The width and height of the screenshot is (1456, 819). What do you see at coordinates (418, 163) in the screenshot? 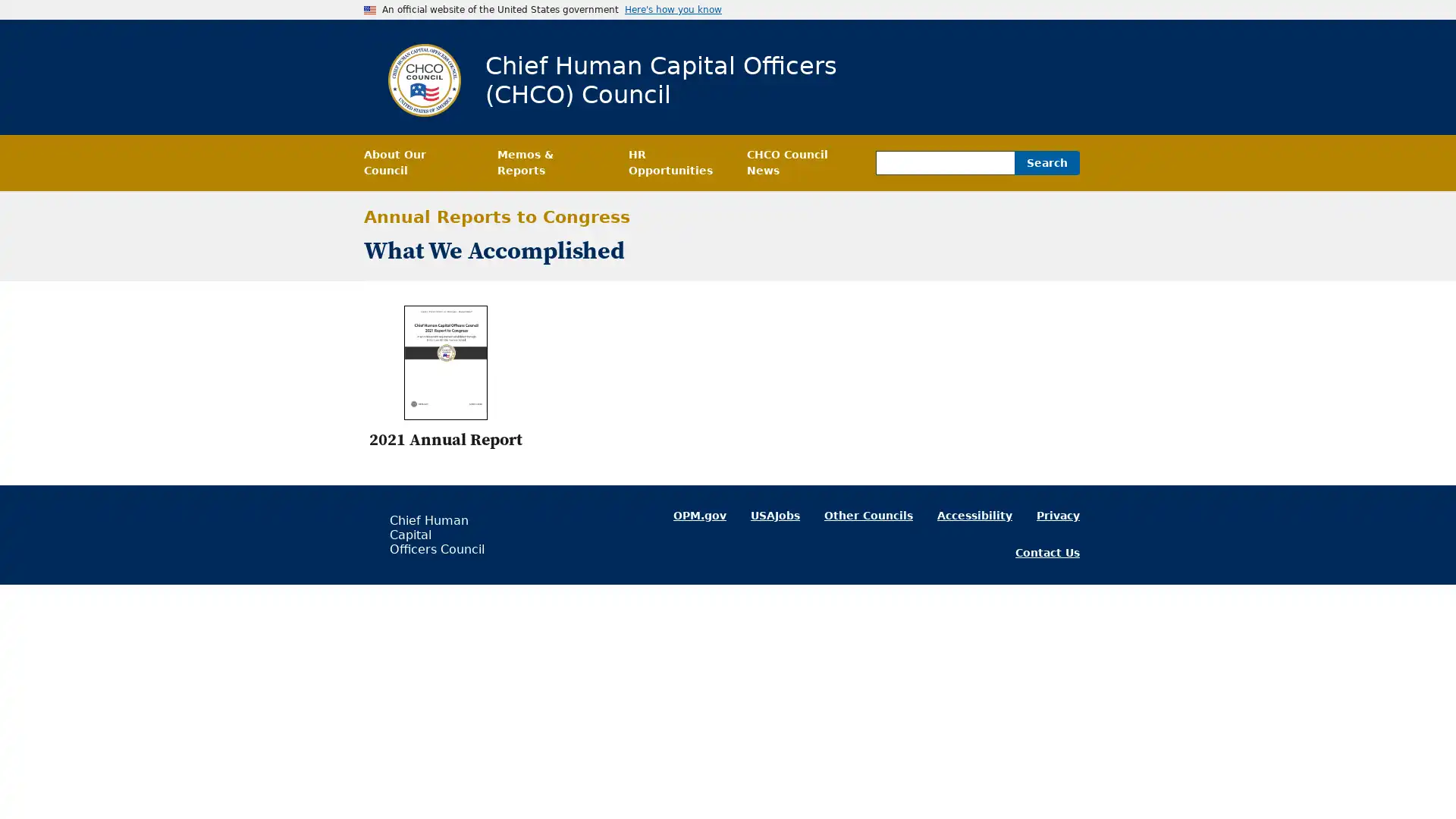
I see `About Our Council` at bounding box center [418, 163].